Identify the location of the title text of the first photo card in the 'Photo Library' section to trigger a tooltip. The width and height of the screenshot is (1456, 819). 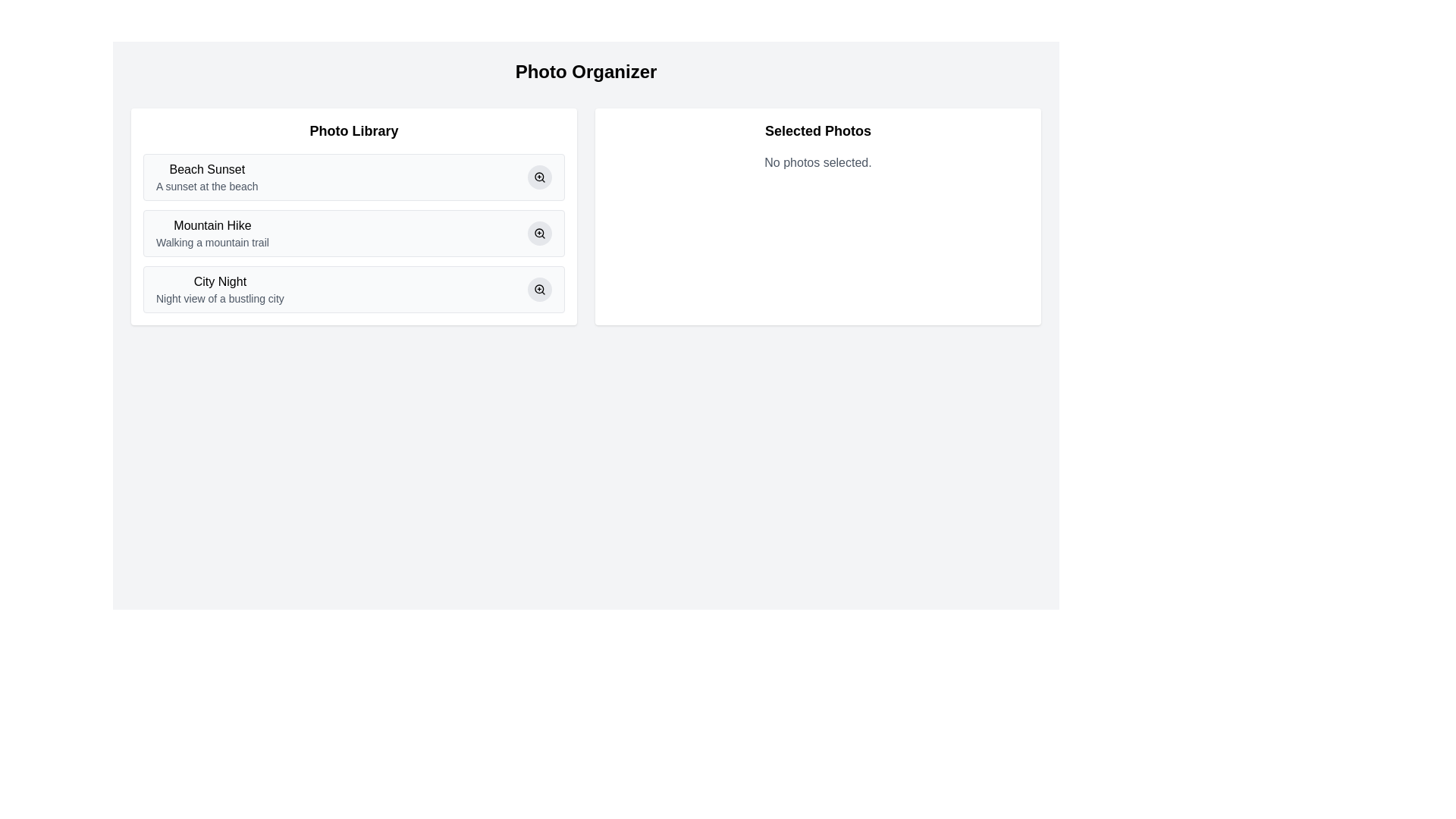
(206, 169).